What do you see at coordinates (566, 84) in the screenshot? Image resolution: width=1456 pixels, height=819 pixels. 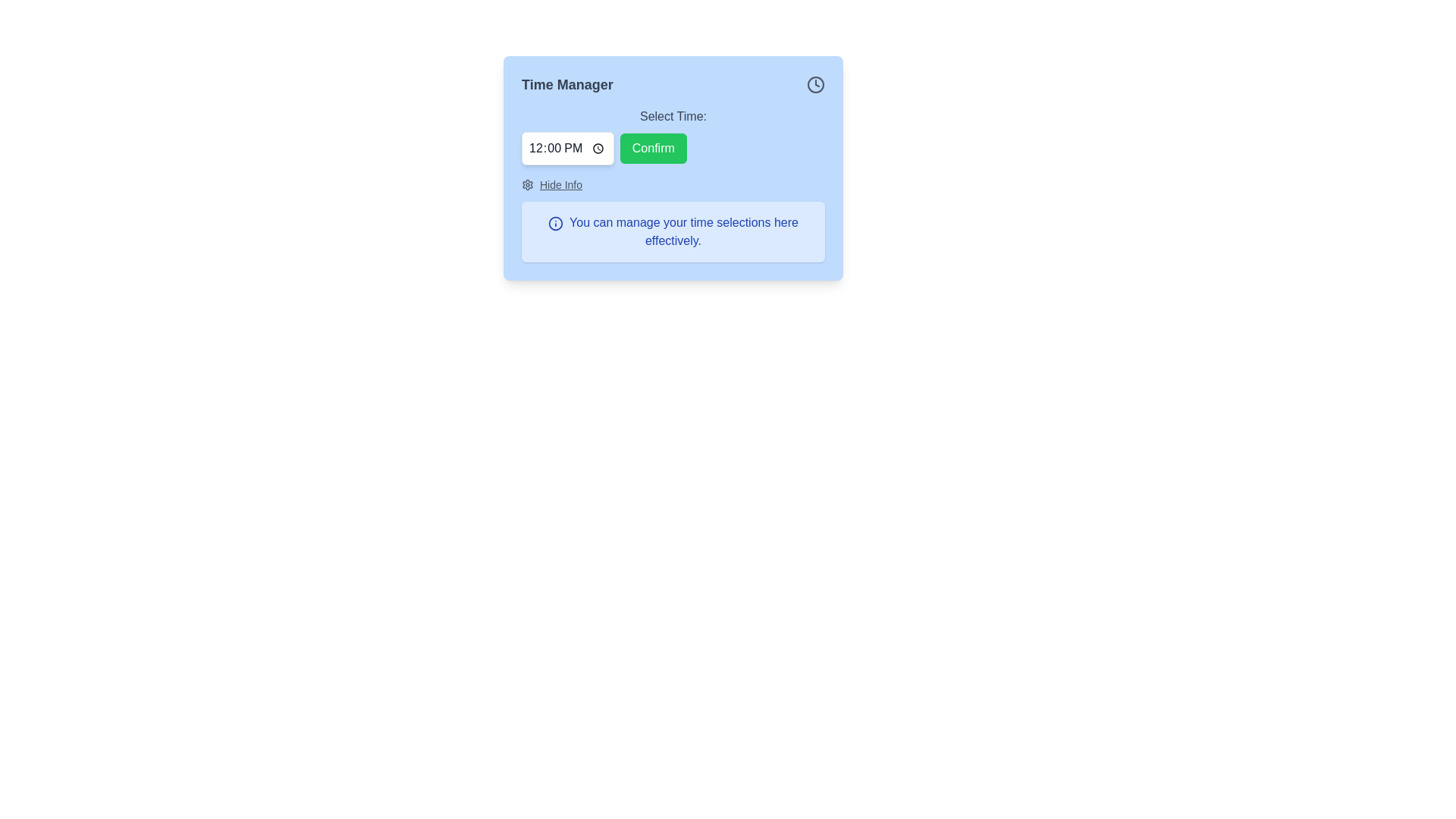 I see `text label or heading that indicates the purpose of the interface for managing time-related tasks, located at the upper left corner of the main title section` at bounding box center [566, 84].